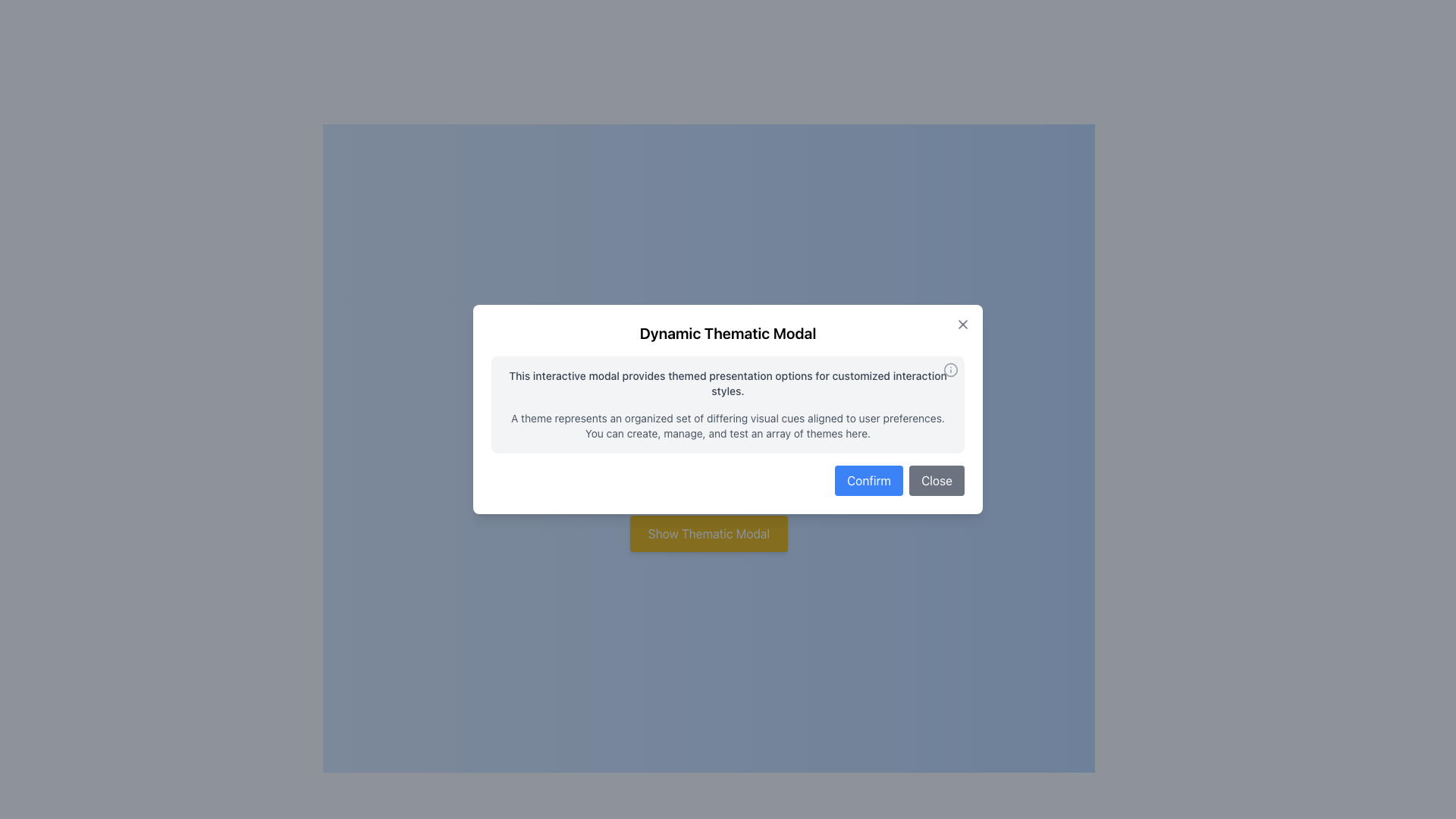 Image resolution: width=1456 pixels, height=819 pixels. I want to click on the Static informational panel located within the 'Dynamic Thematic Modal', which has a light gray background and contains textual information, positioned below the modal's title, so click(728, 403).